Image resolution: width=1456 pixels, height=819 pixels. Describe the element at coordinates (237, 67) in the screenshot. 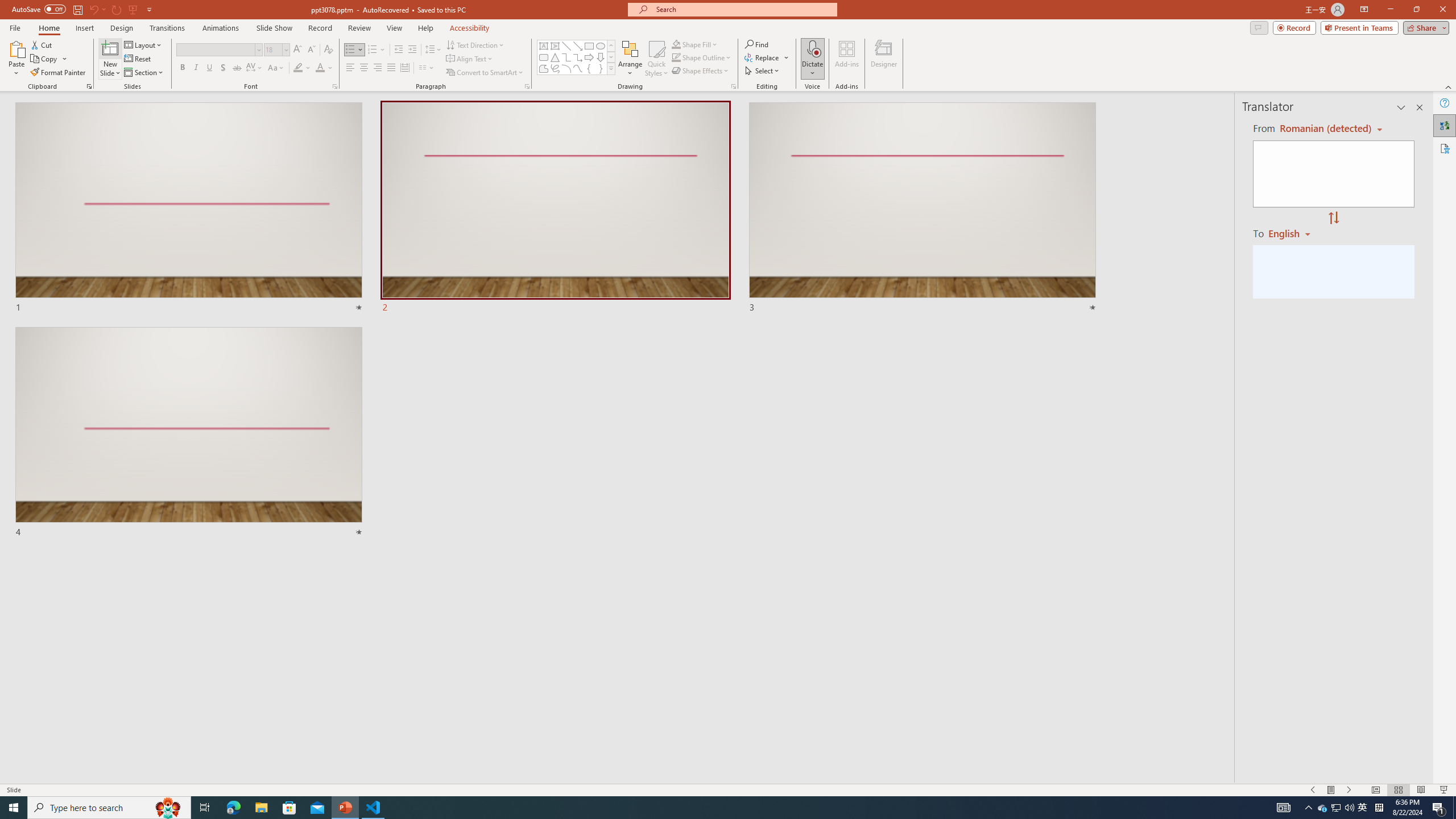

I see `'Strikethrough'` at that location.